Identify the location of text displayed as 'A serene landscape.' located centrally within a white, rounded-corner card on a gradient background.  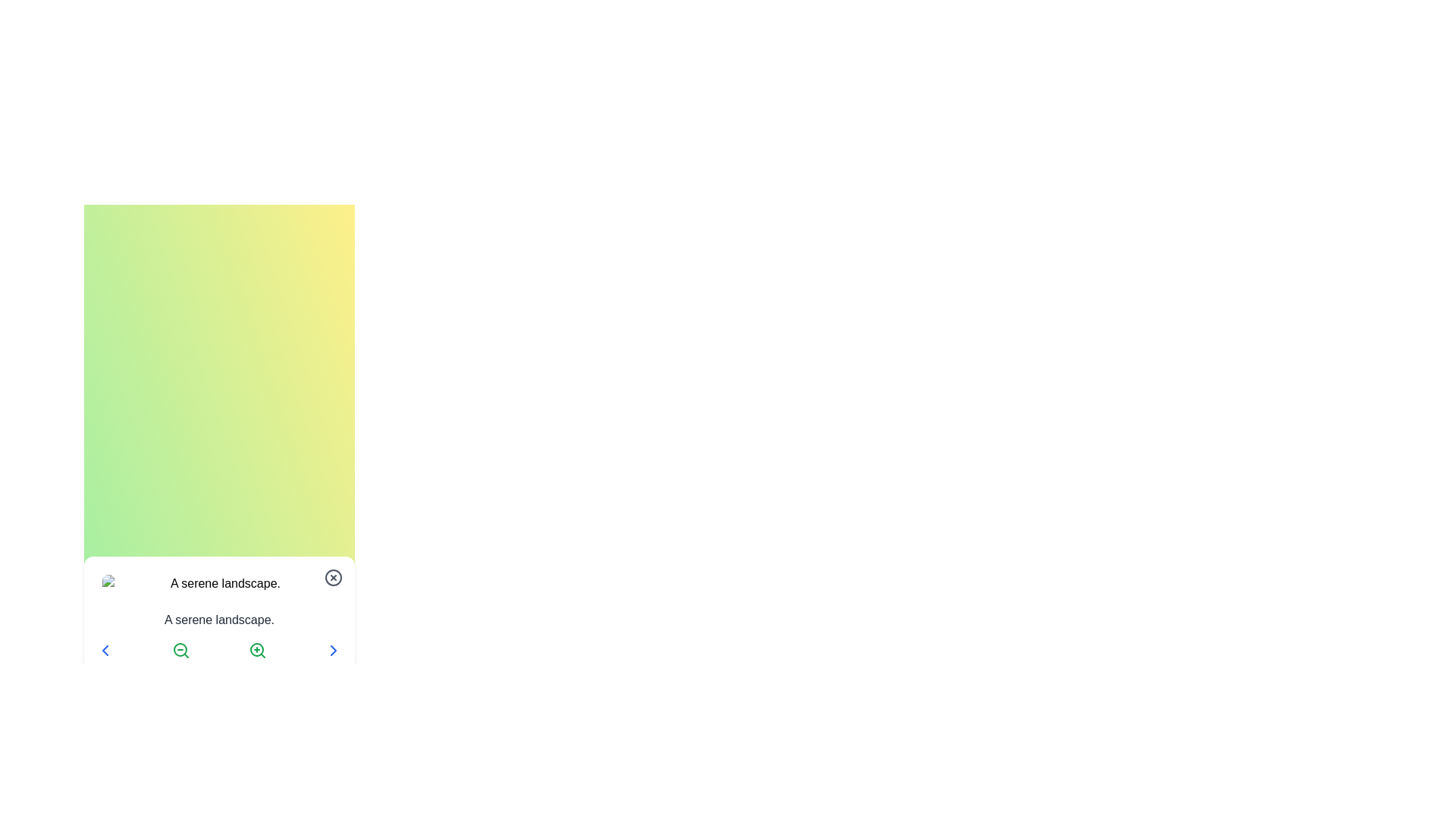
(218, 614).